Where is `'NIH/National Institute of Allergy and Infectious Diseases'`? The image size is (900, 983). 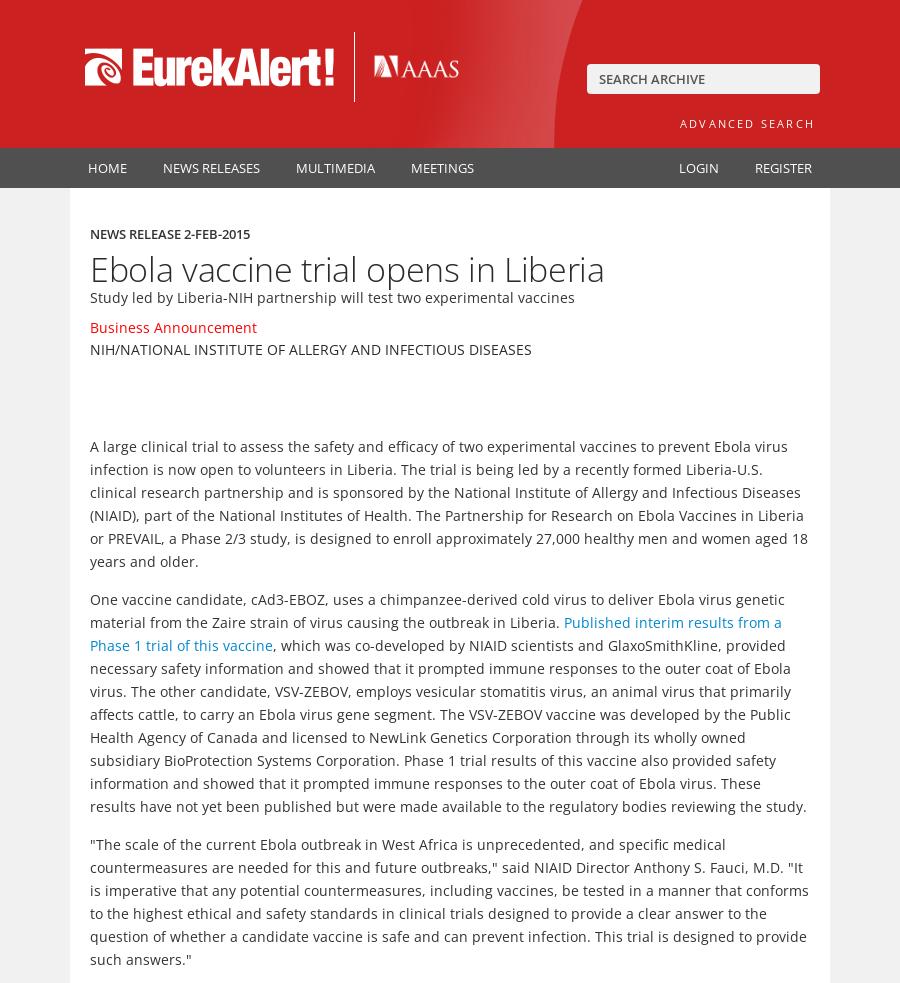
'NIH/National Institute of Allergy and Infectious Diseases' is located at coordinates (89, 348).